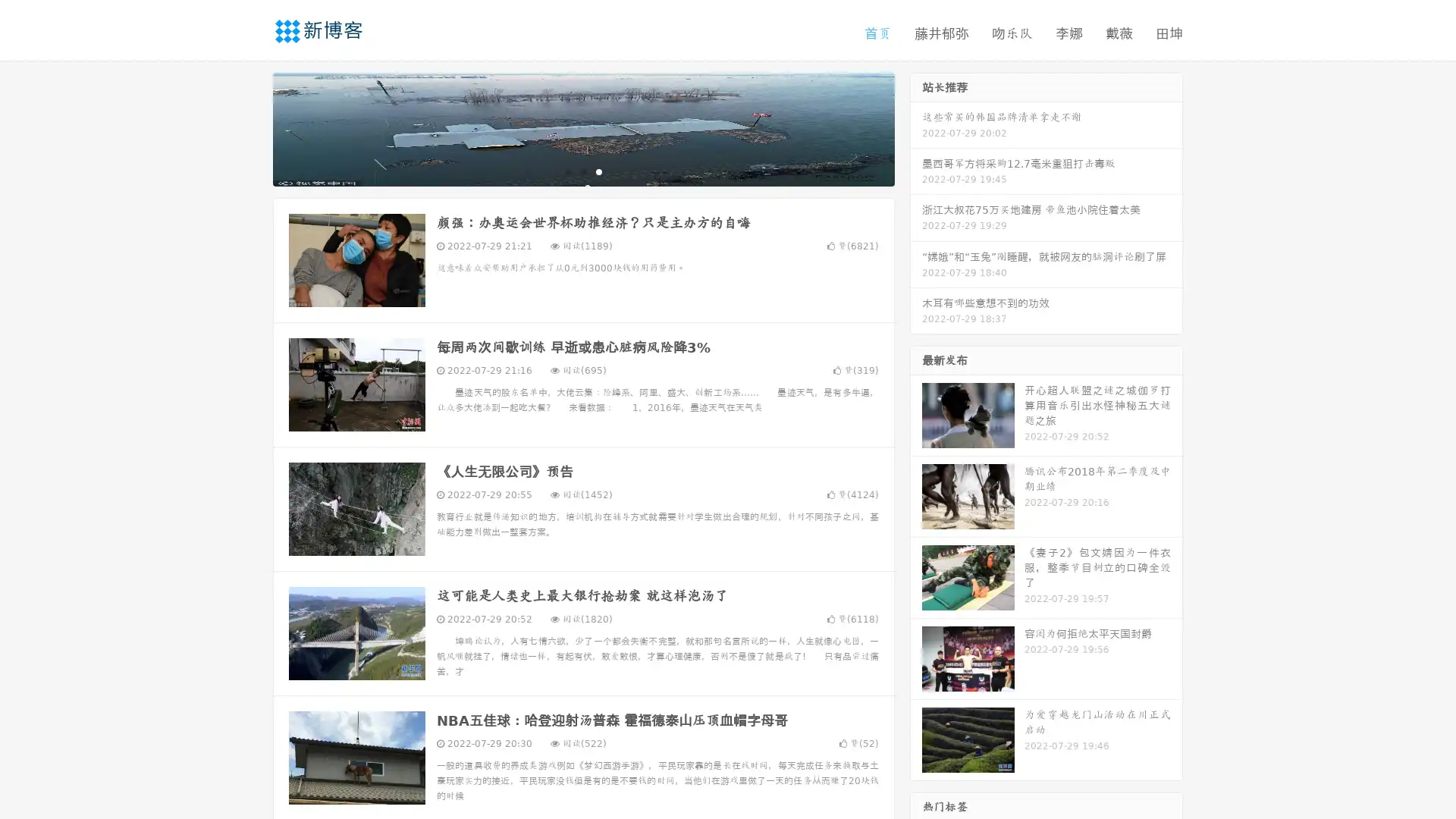 This screenshot has width=1456, height=819. Describe the element at coordinates (567, 171) in the screenshot. I see `Go to slide 1` at that location.